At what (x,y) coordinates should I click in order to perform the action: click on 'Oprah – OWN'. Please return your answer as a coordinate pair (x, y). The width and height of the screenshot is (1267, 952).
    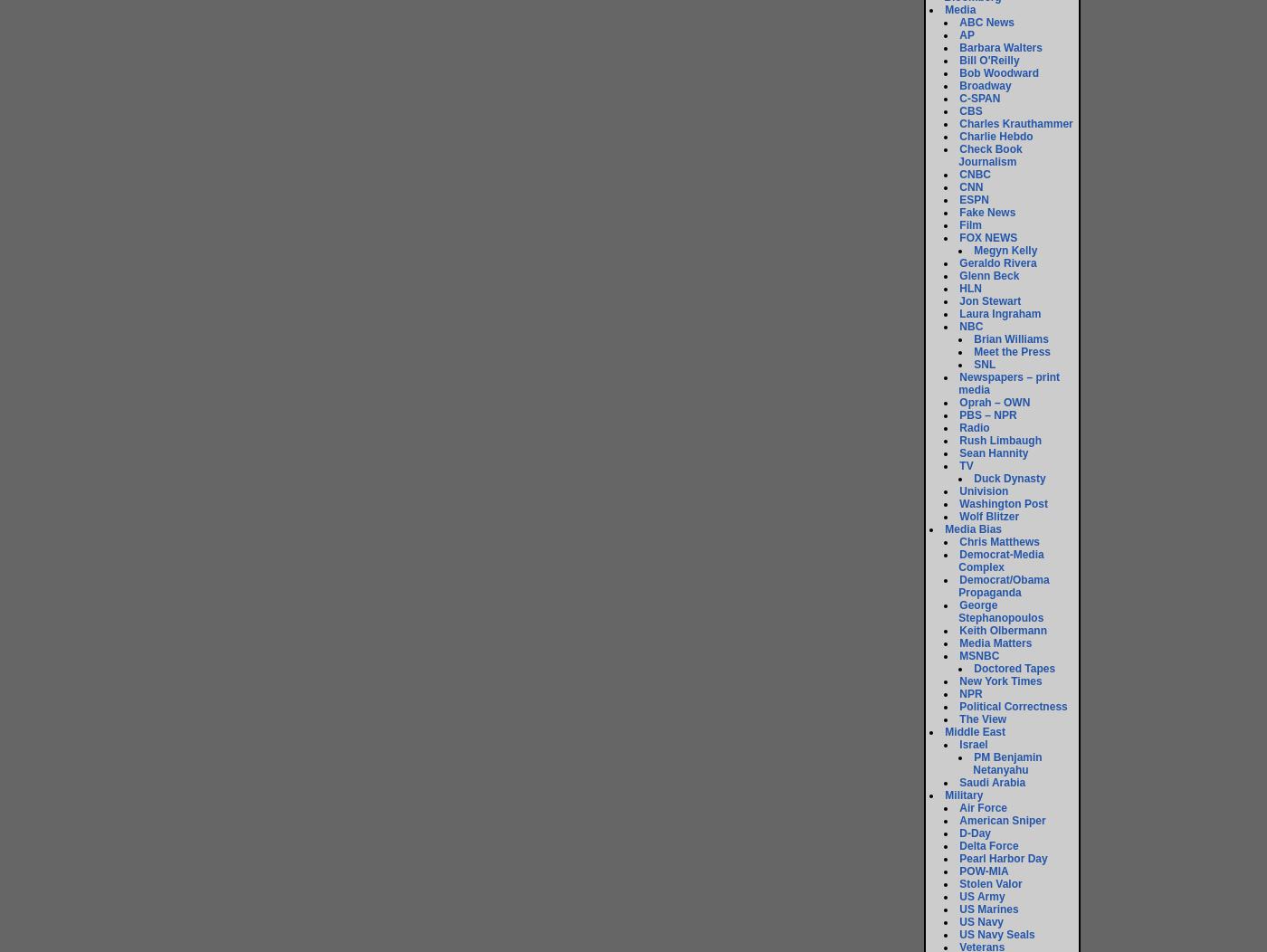
    Looking at the image, I should click on (958, 402).